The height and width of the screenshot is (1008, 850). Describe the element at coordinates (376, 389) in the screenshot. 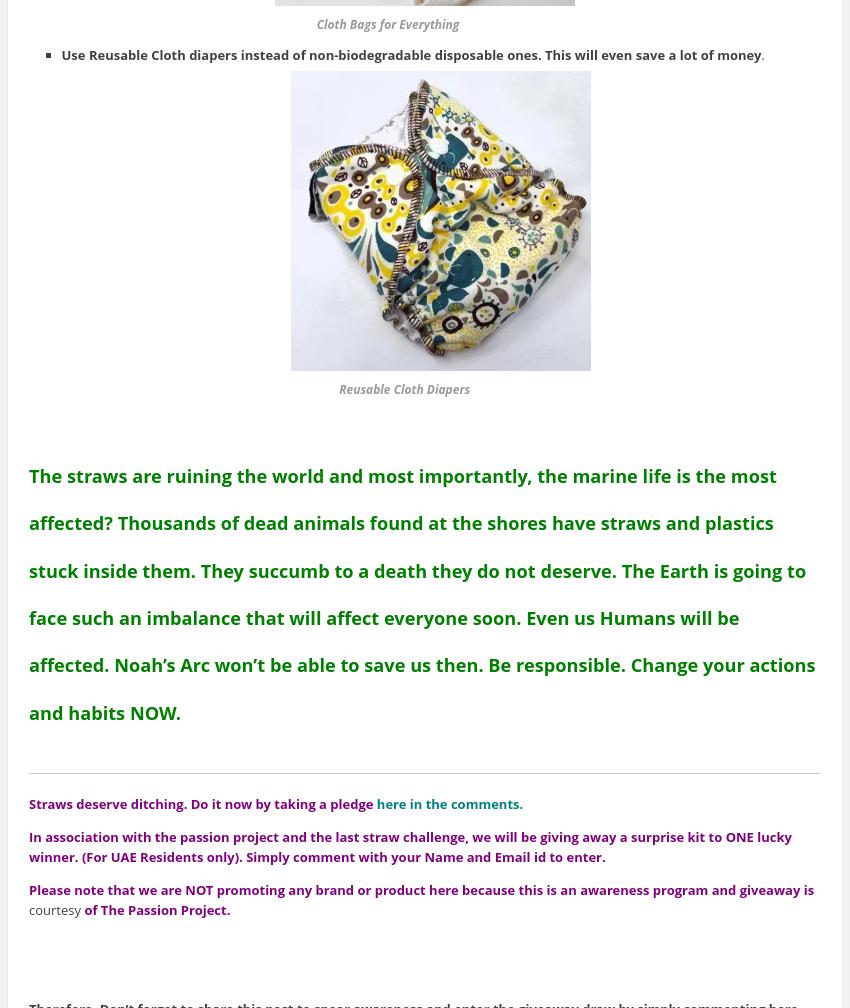

I see `'Reusable Cloth Diapers'` at that location.